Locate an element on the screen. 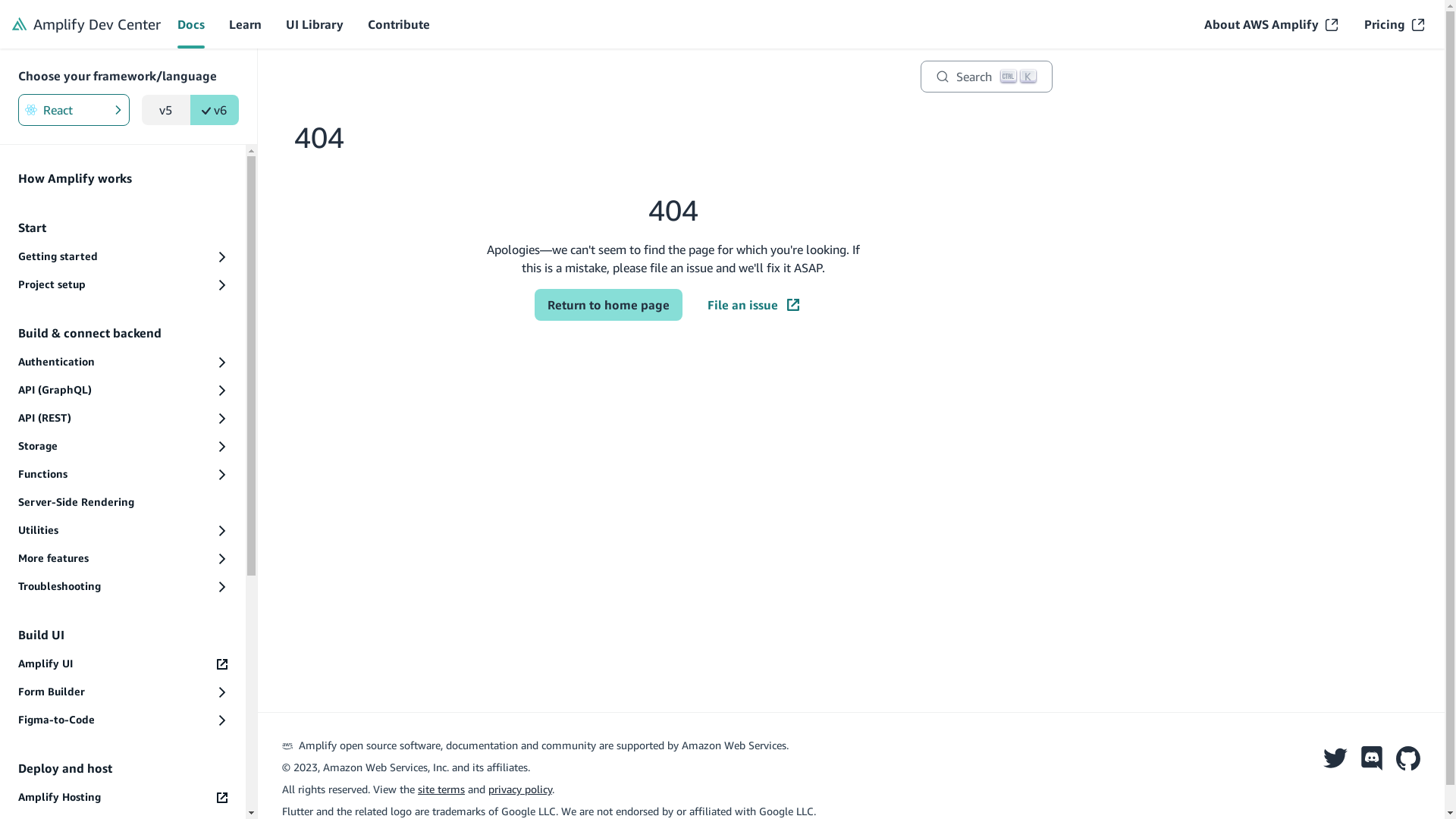  'Search is located at coordinates (920, 76).